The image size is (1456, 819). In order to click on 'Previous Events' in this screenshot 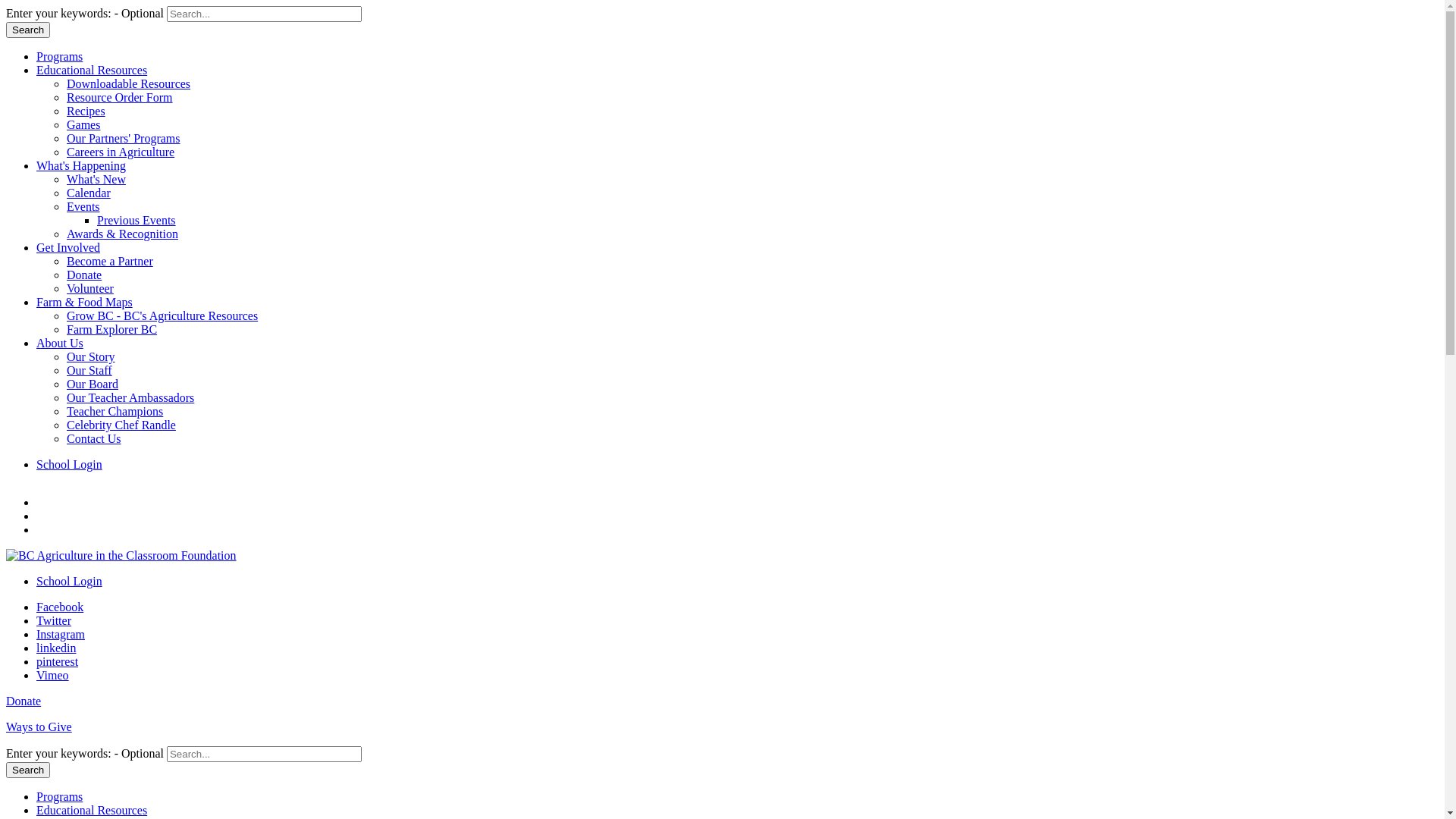, I will do `click(136, 220)`.